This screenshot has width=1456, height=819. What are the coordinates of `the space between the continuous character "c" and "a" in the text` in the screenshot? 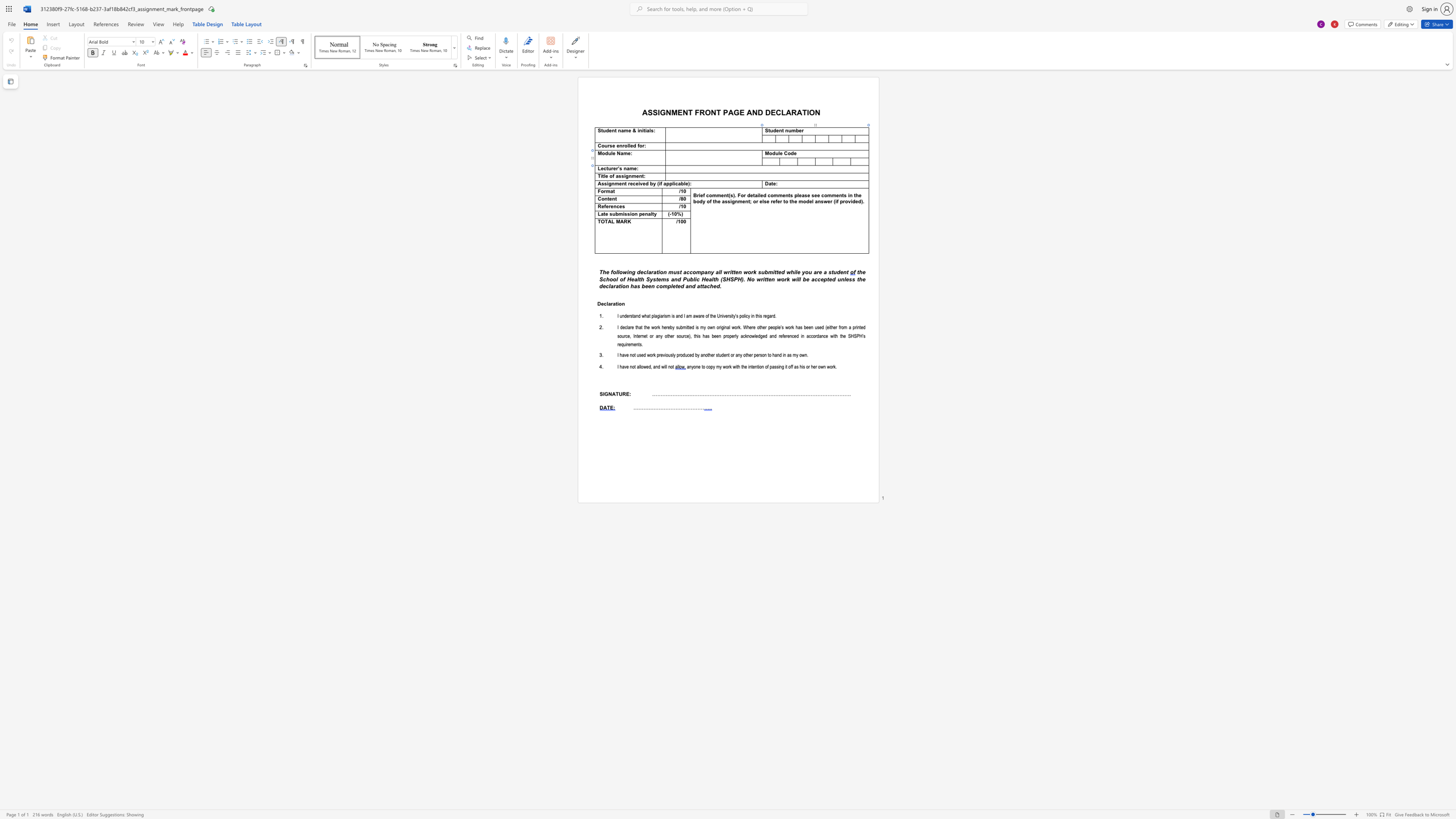 It's located at (678, 183).